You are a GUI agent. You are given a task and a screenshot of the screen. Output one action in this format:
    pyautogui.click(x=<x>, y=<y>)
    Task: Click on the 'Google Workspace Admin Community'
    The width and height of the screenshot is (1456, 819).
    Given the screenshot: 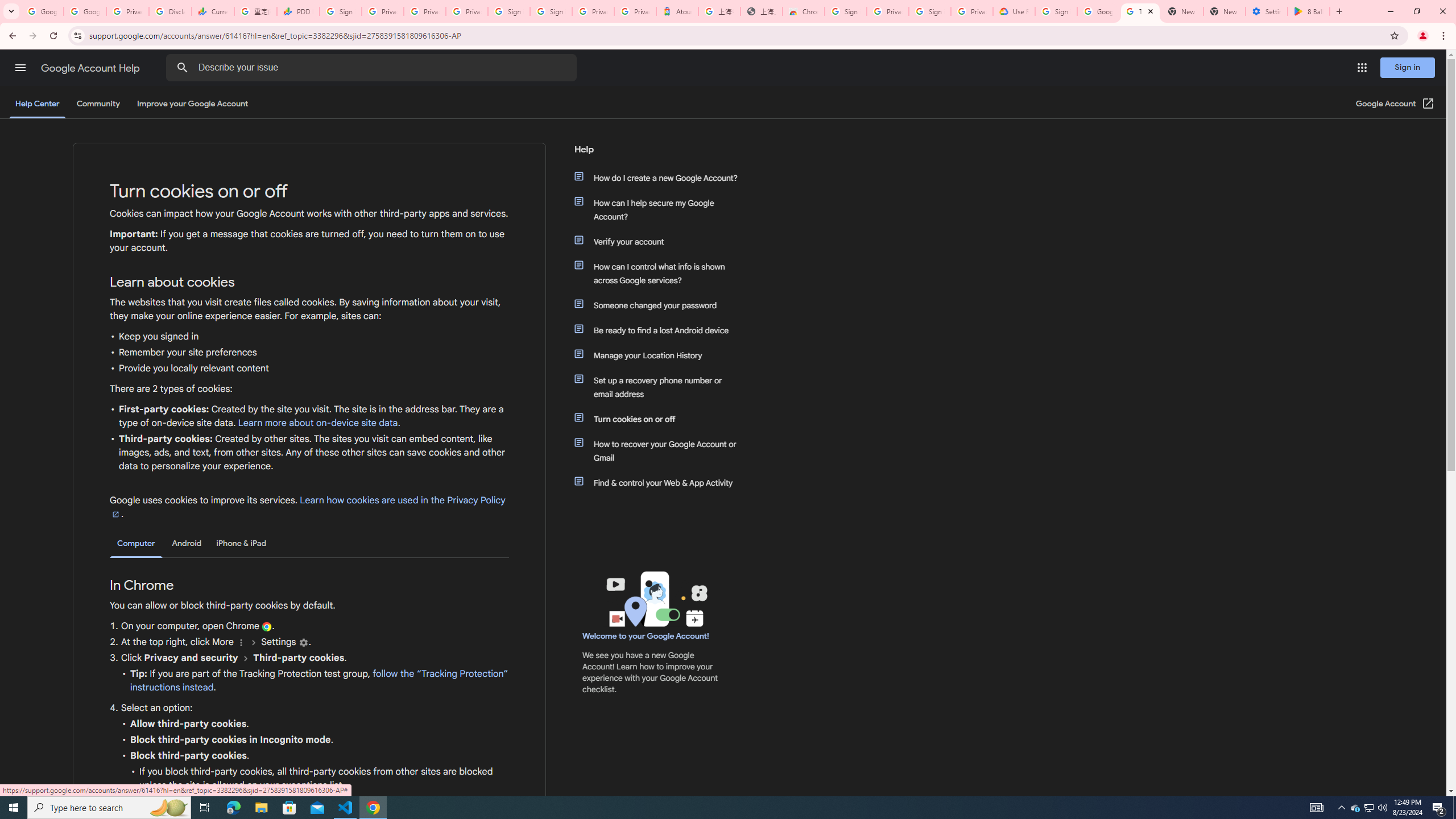 What is the action you would take?
    pyautogui.click(x=42, y=11)
    